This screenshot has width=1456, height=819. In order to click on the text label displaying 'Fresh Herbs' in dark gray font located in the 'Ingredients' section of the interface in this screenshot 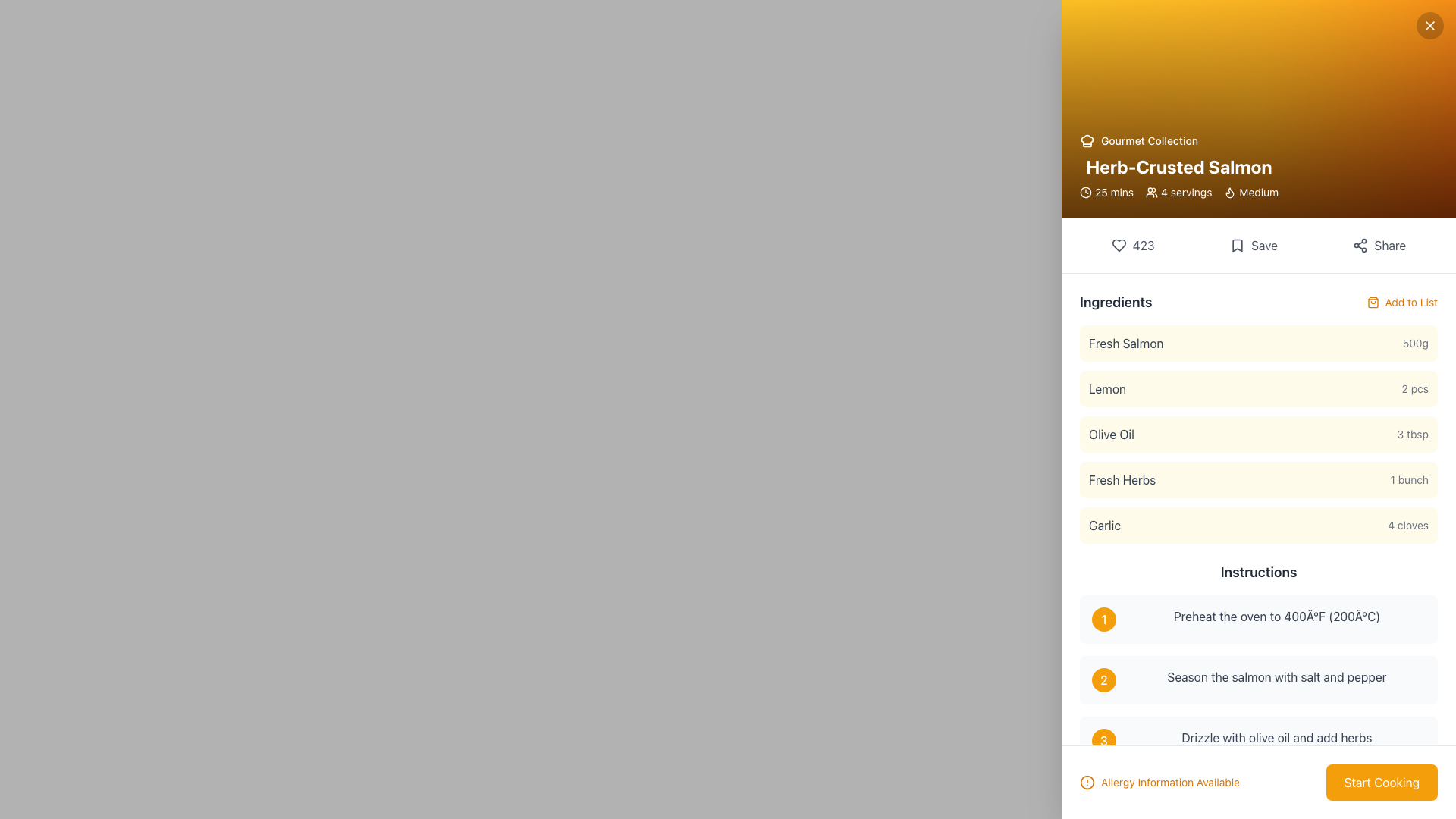, I will do `click(1122, 479)`.